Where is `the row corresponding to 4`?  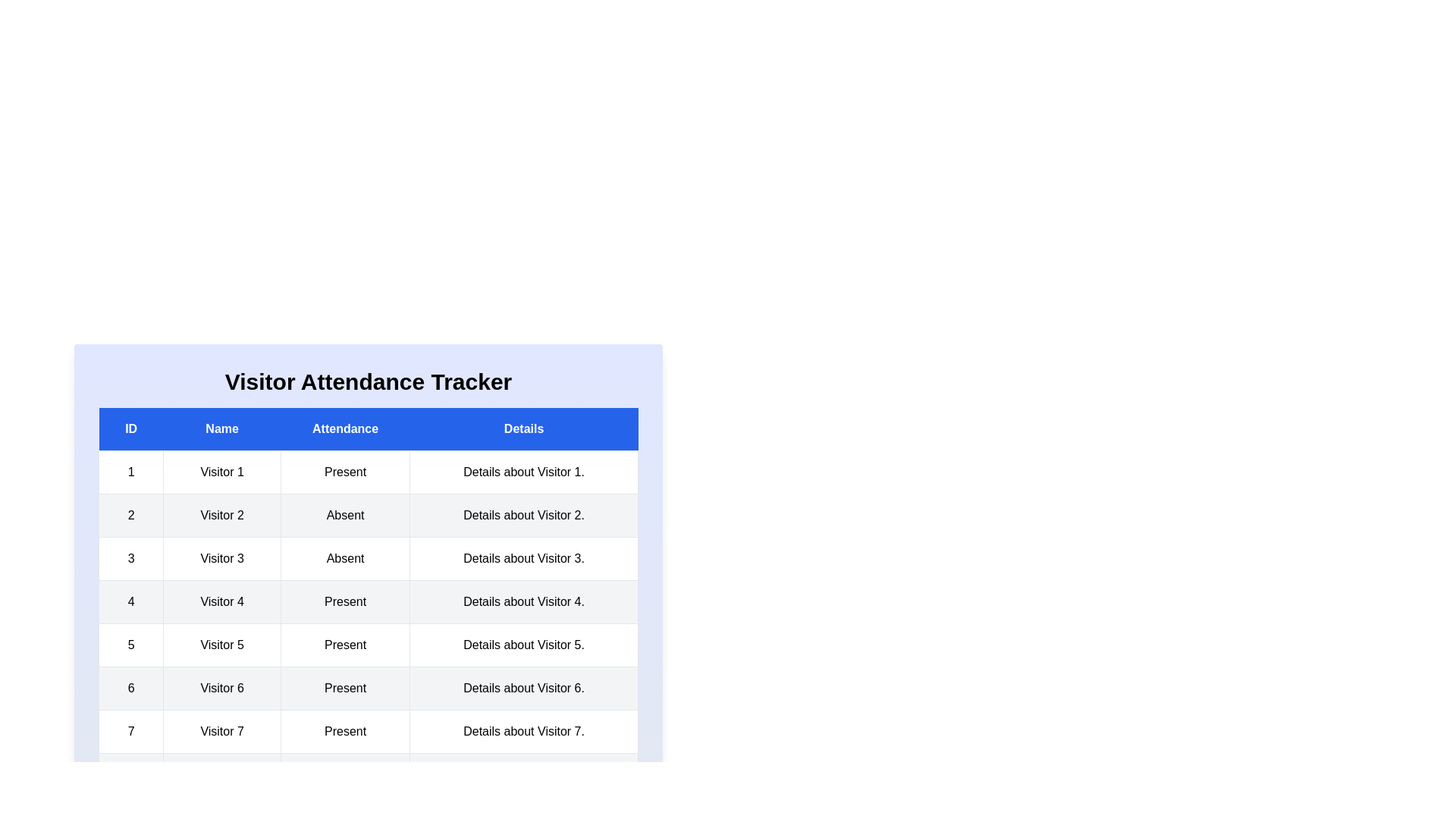 the row corresponding to 4 is located at coordinates (368, 601).